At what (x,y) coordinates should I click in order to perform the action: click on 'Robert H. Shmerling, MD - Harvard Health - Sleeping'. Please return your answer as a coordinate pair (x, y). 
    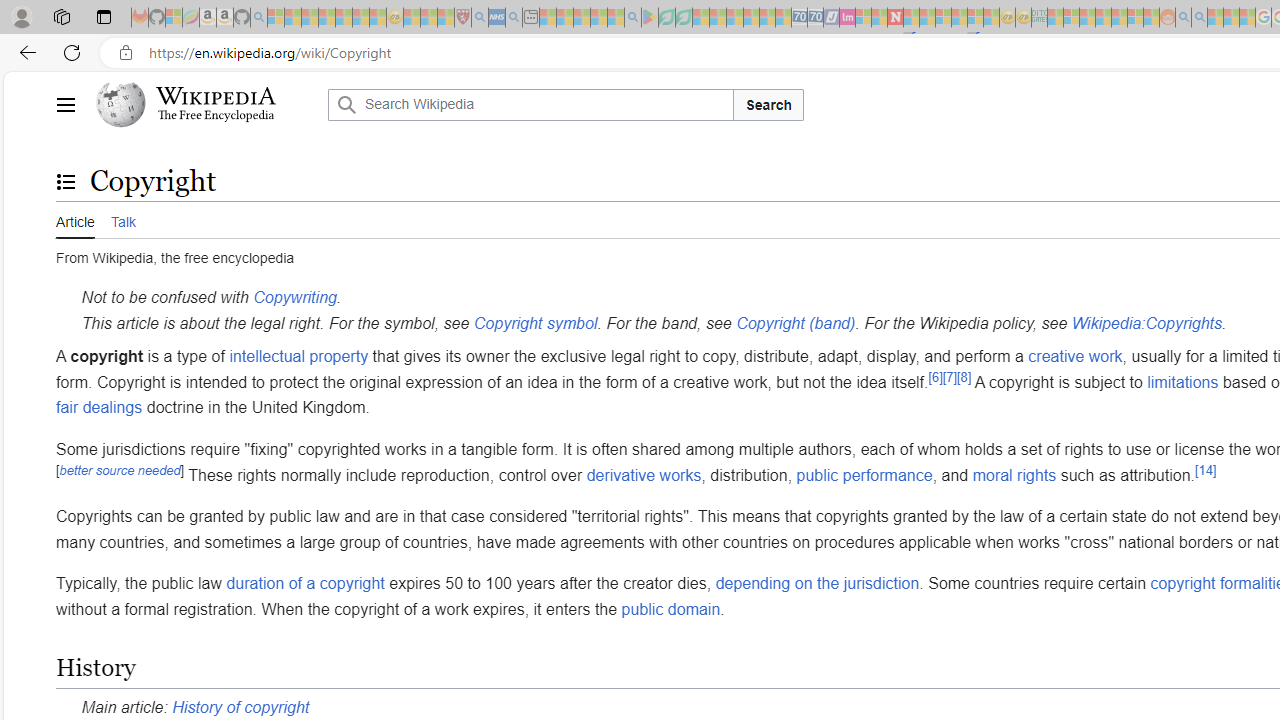
    Looking at the image, I should click on (461, 17).